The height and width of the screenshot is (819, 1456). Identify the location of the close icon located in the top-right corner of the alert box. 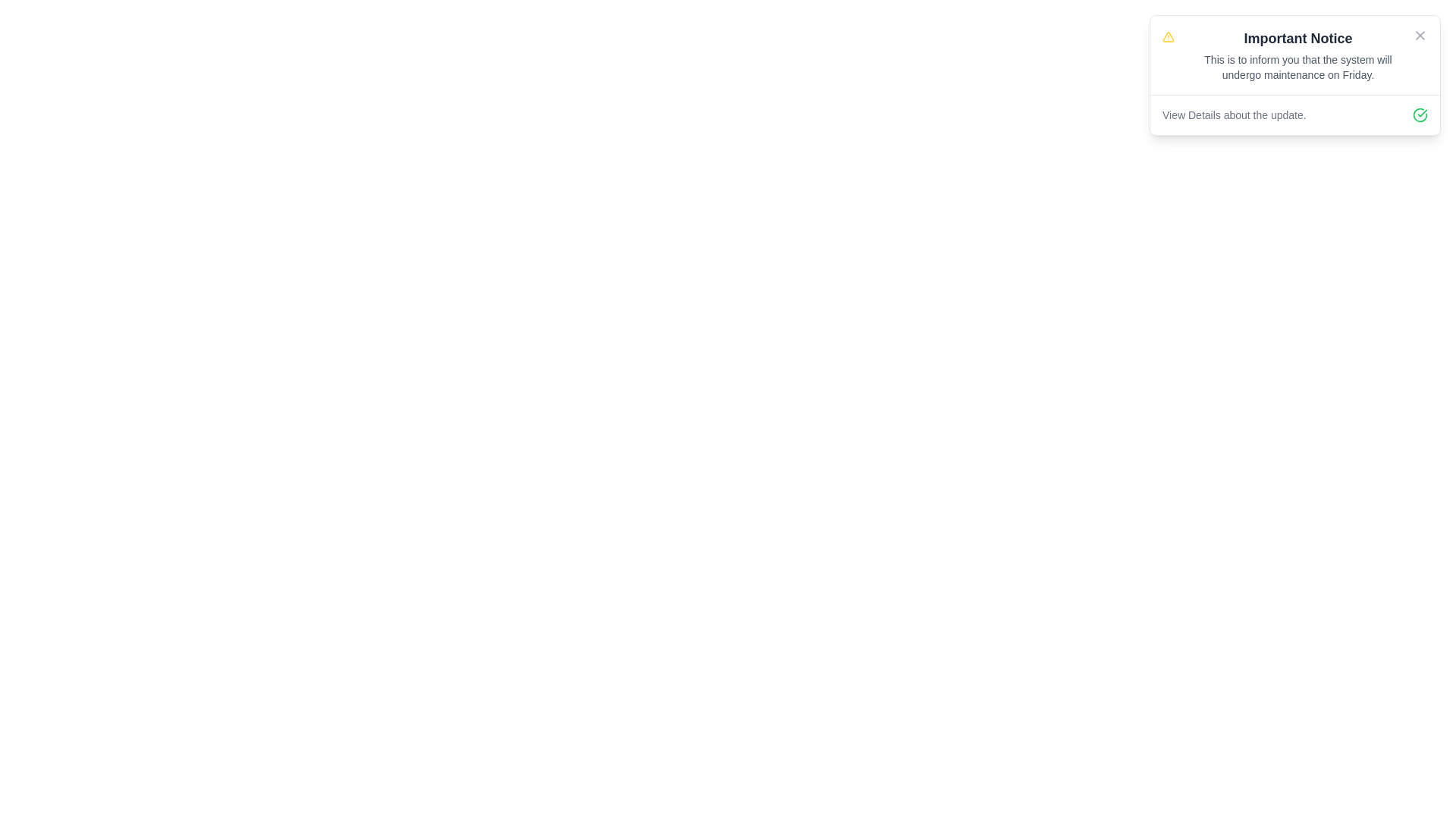
(1419, 34).